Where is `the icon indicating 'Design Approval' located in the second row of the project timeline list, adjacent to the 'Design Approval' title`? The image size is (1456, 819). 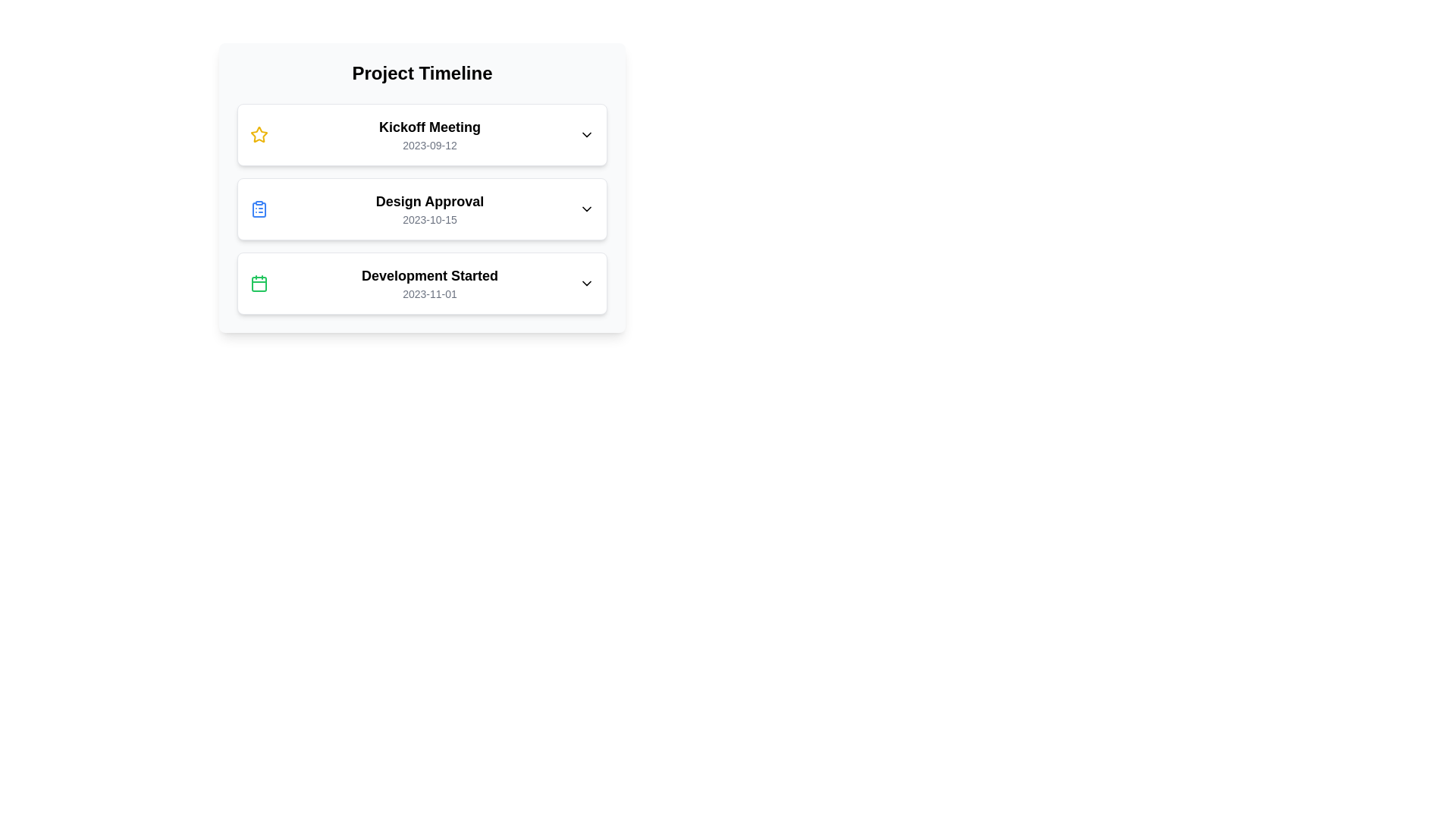 the icon indicating 'Design Approval' located in the second row of the project timeline list, adjacent to the 'Design Approval' title is located at coordinates (259, 209).